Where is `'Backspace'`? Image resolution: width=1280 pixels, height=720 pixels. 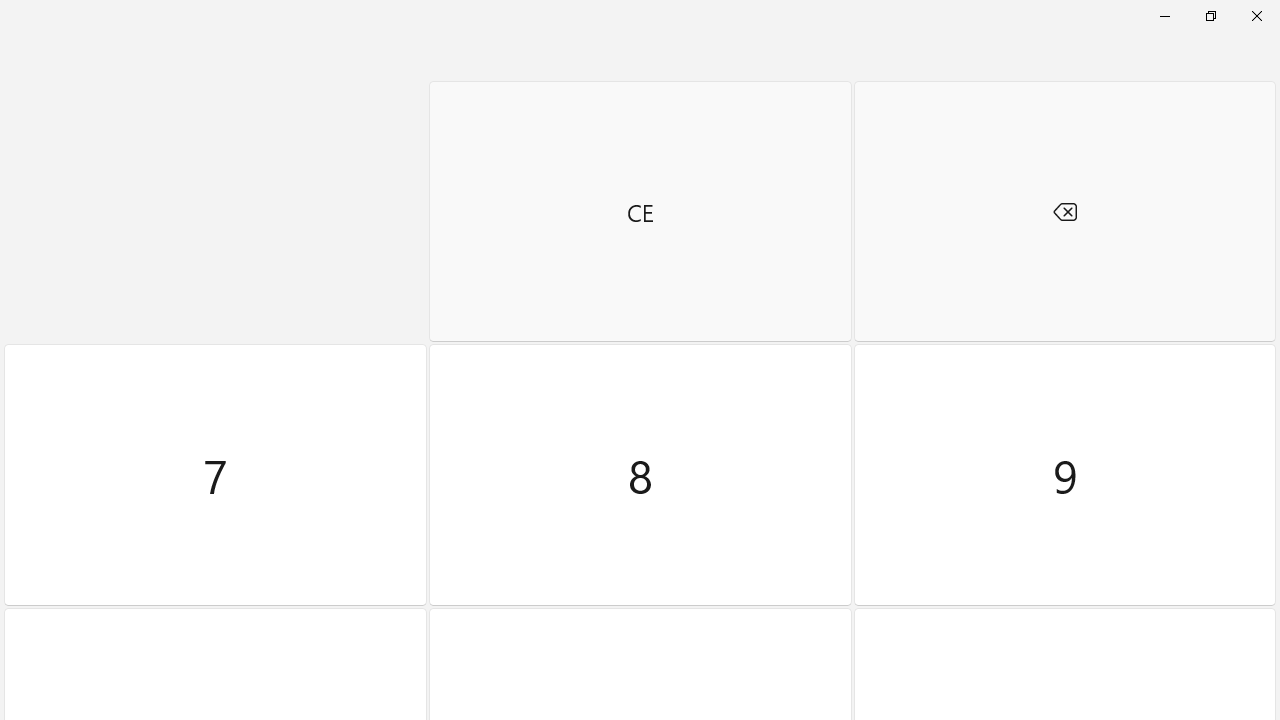 'Backspace' is located at coordinates (1063, 211).